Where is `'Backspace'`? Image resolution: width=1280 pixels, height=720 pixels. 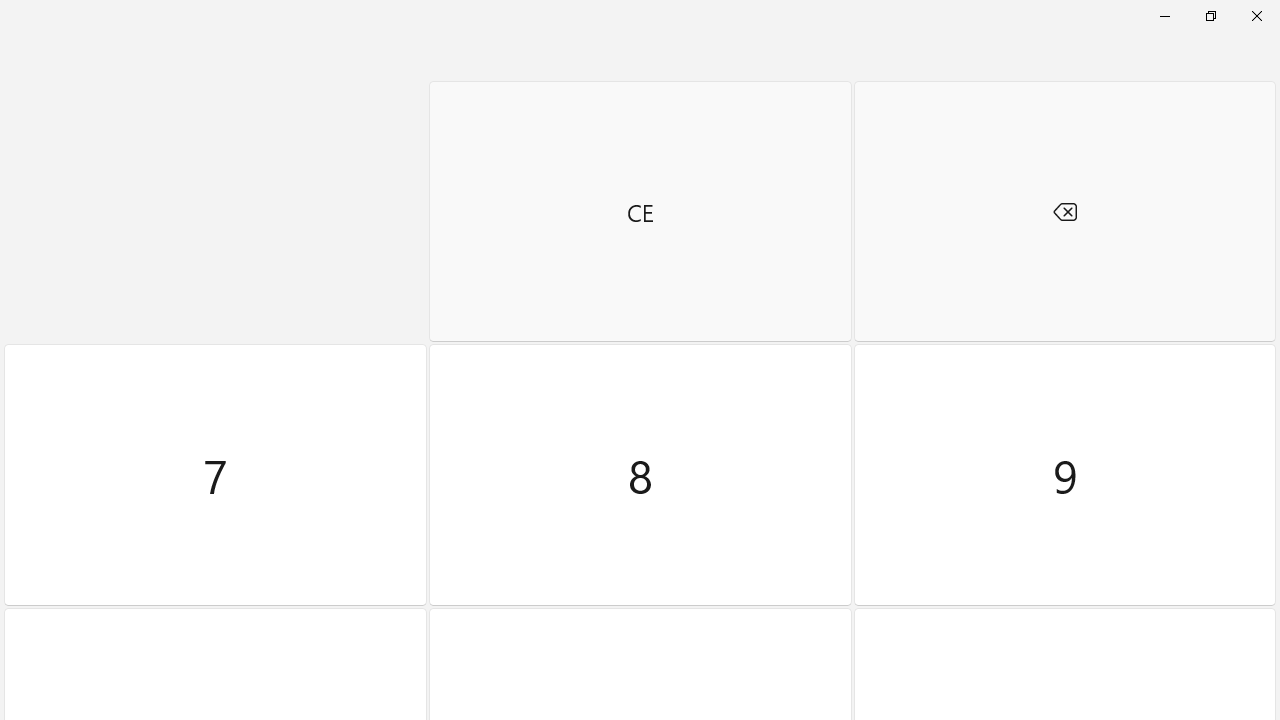 'Backspace' is located at coordinates (1063, 211).